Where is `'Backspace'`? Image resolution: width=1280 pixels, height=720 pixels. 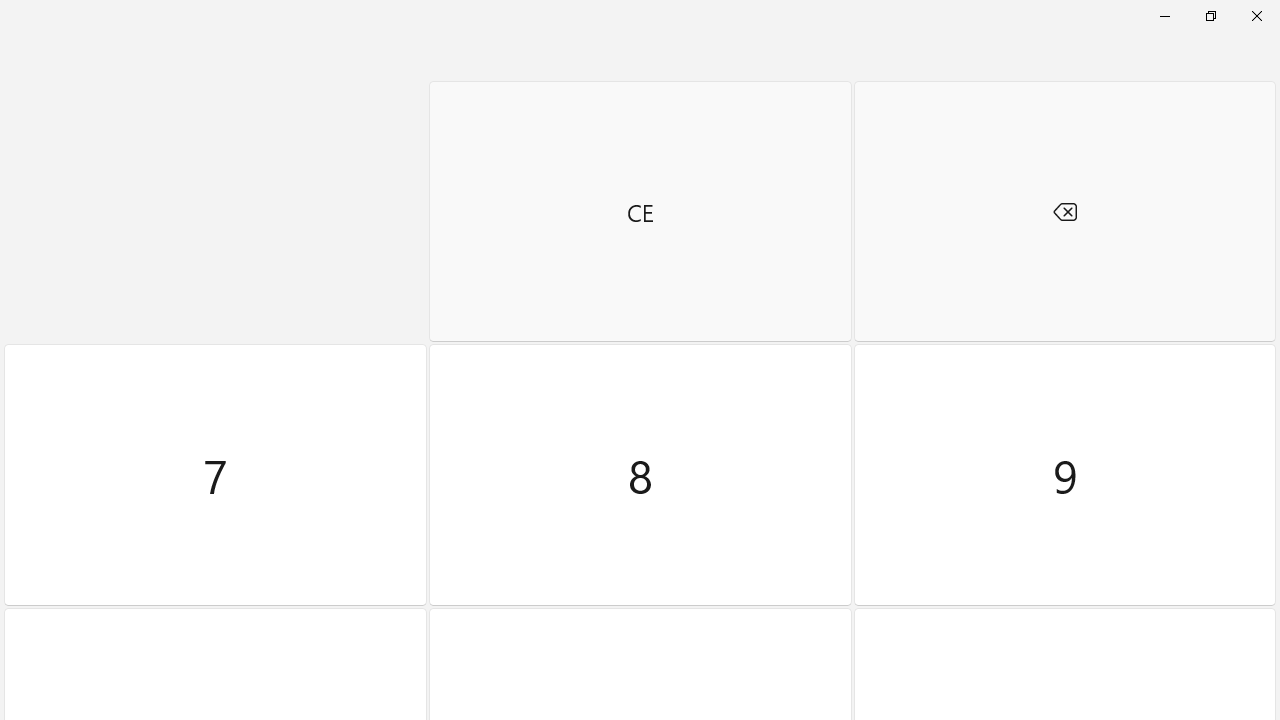 'Backspace' is located at coordinates (1063, 211).